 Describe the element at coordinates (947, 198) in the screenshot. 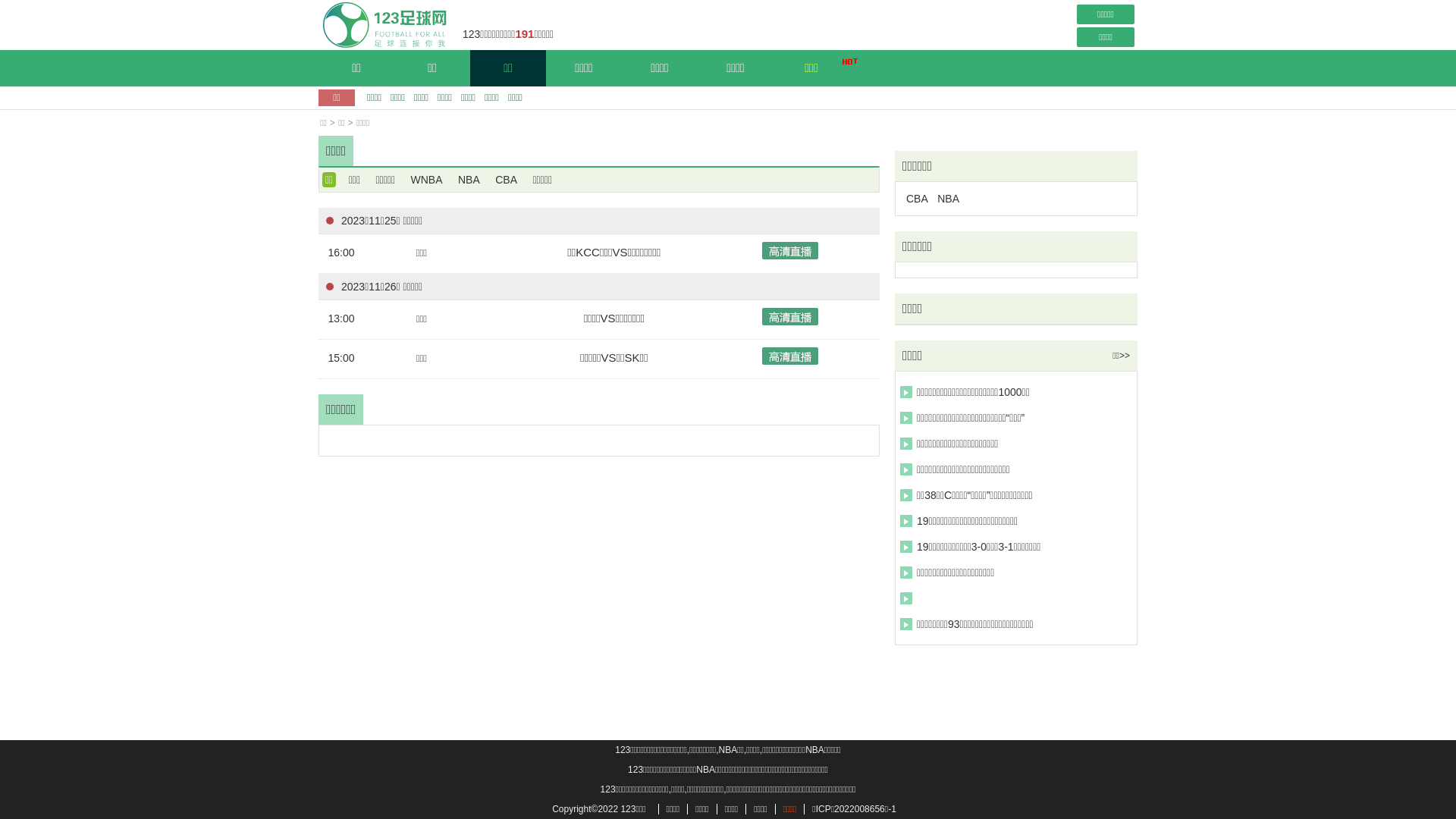

I see `'NBA'` at that location.